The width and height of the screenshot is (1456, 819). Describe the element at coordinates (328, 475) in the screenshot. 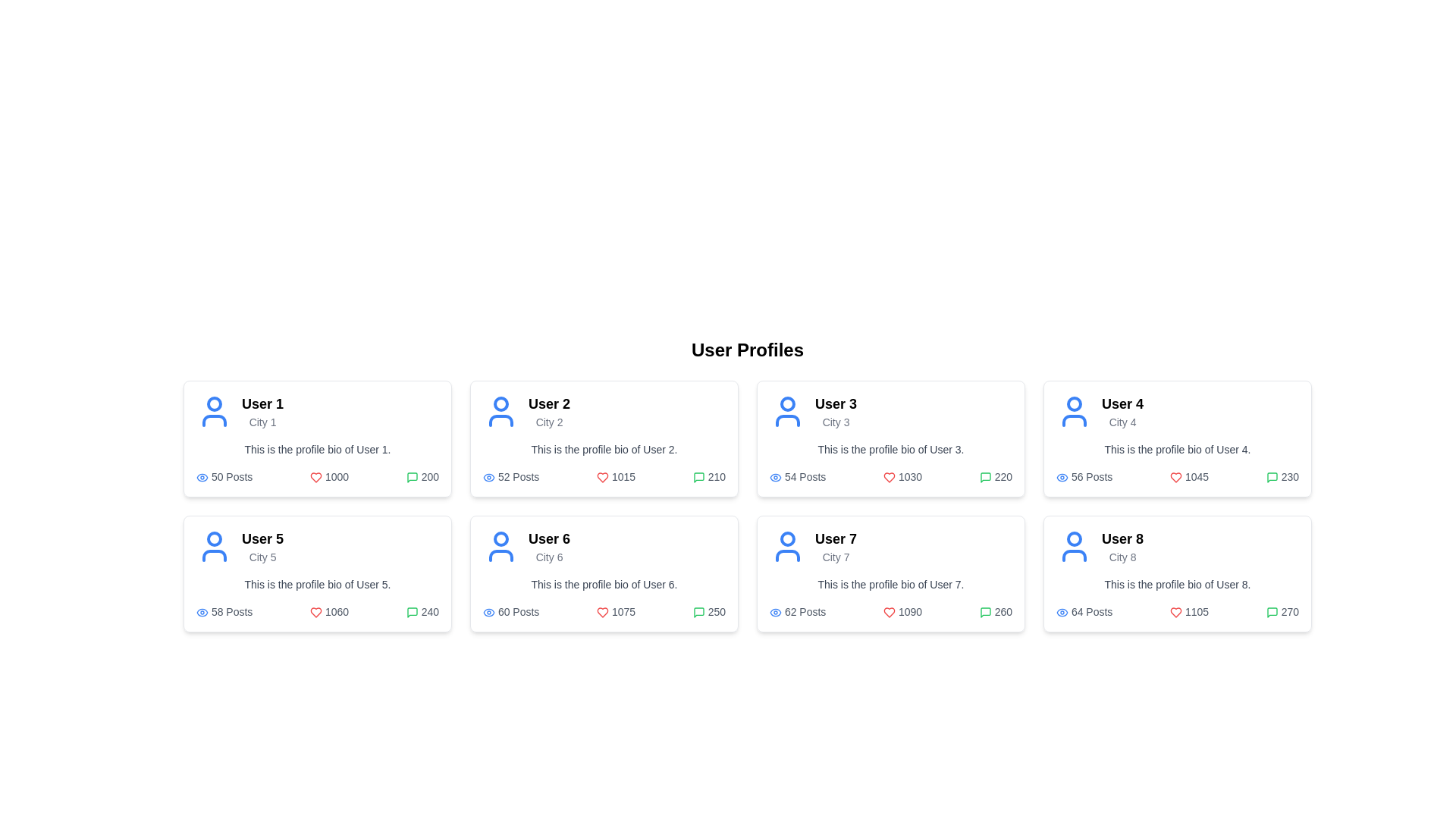

I see `the text label displaying '1000' next to the red heart icon` at that location.